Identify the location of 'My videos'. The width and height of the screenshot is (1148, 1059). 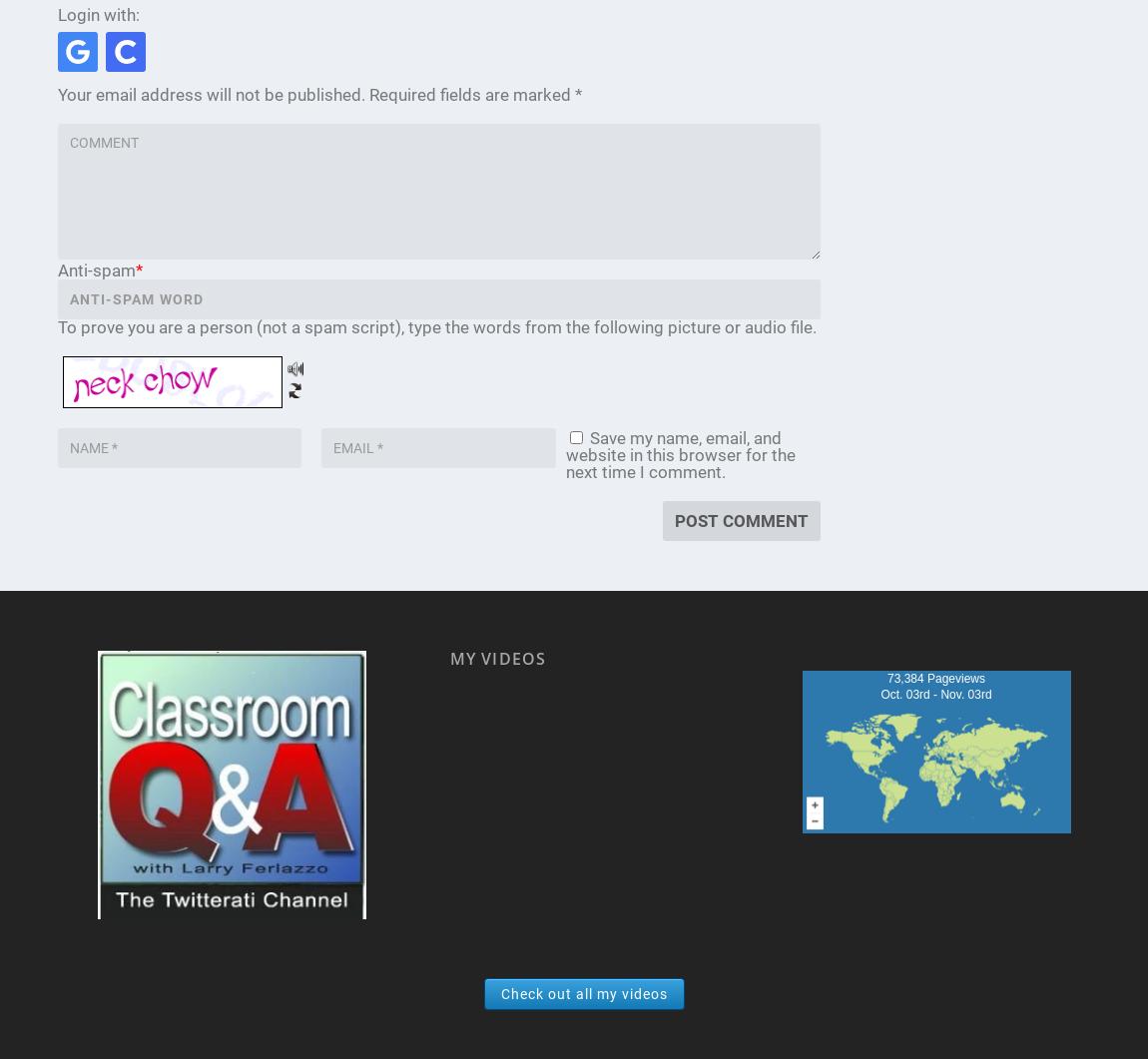
(448, 658).